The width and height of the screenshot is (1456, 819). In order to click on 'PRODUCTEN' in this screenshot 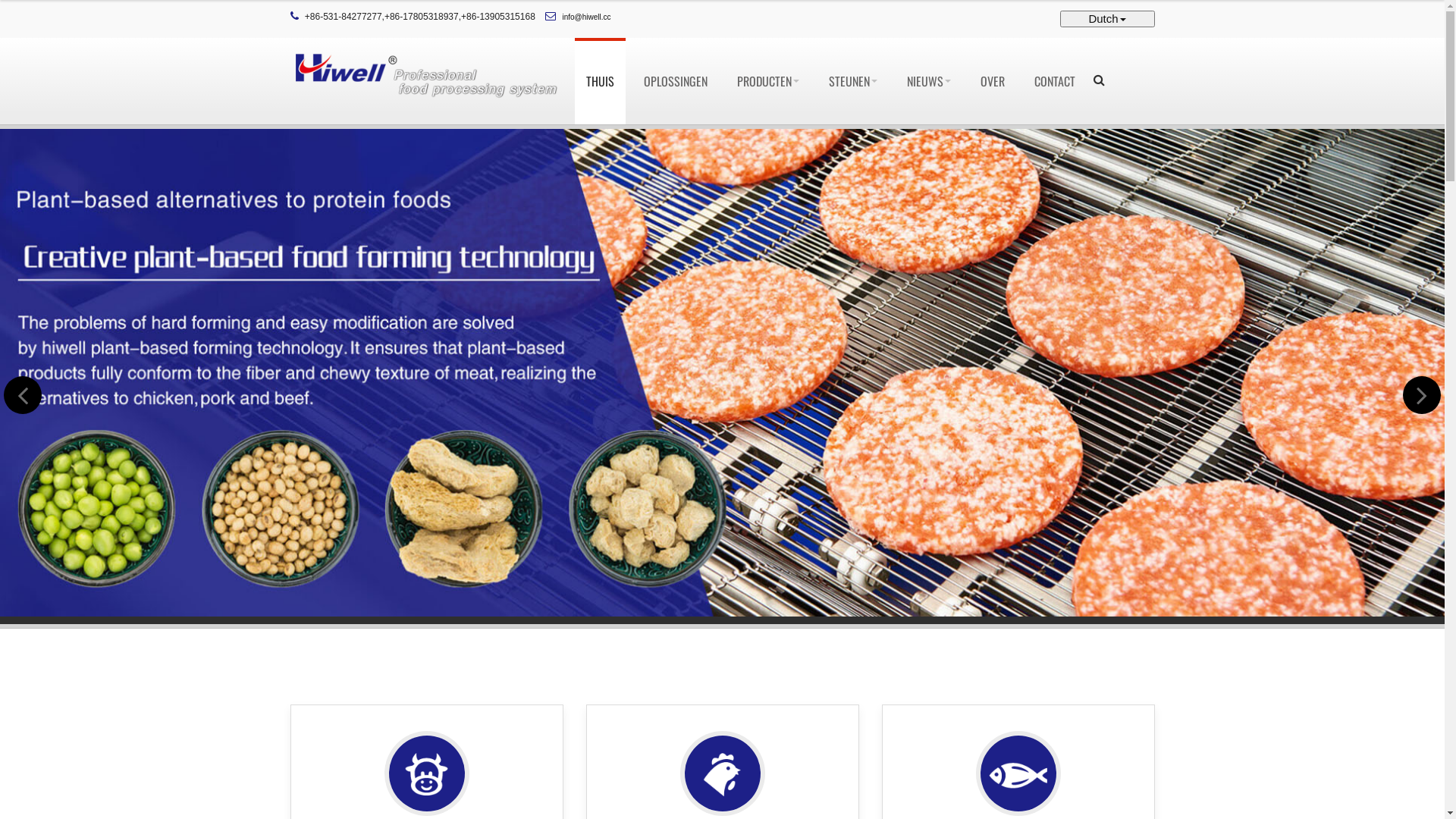, I will do `click(723, 81)`.